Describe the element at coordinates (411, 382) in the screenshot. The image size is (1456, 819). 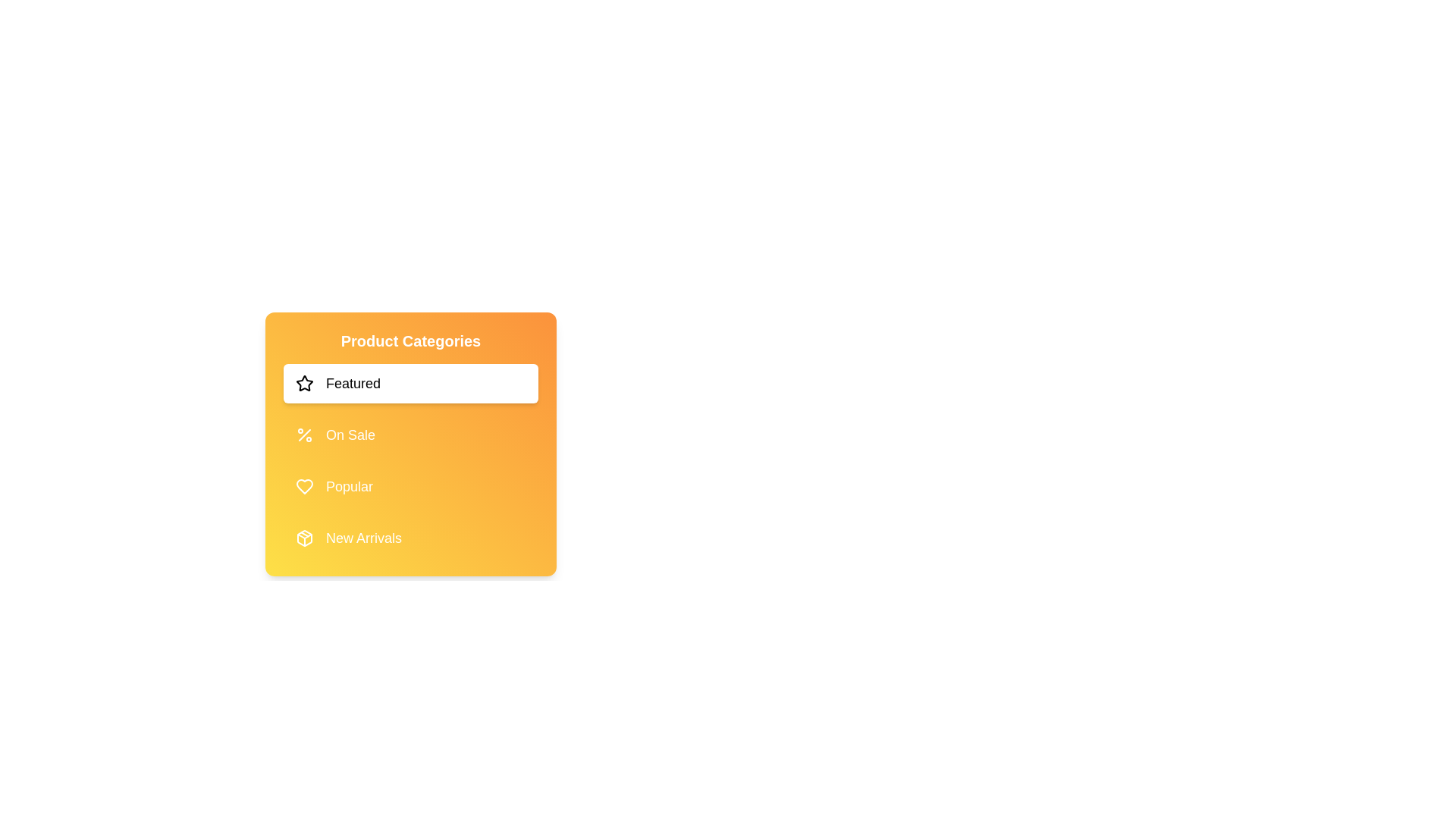
I see `the category Featured` at that location.